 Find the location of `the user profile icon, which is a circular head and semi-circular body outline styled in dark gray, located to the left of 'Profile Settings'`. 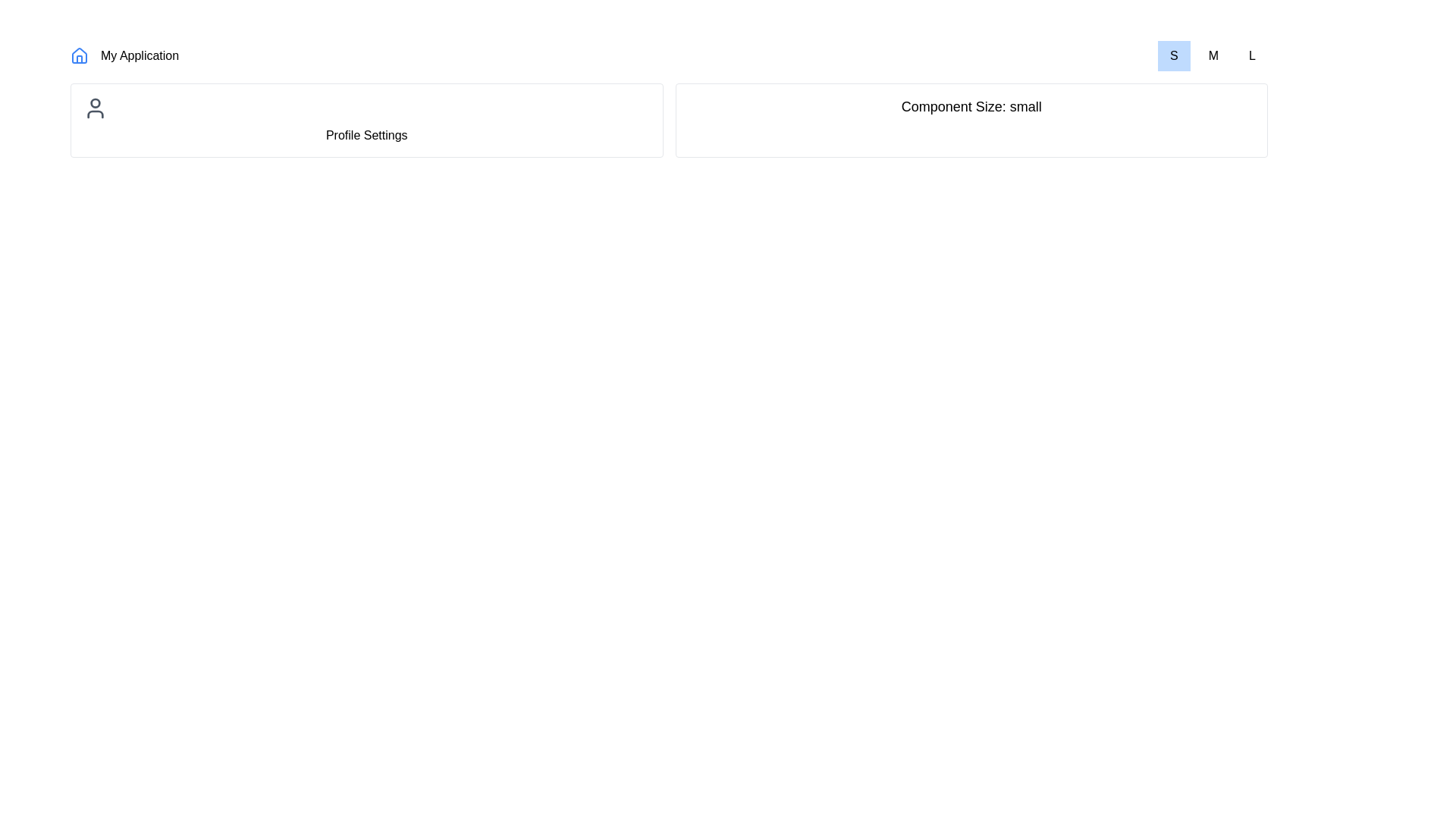

the user profile icon, which is a circular head and semi-circular body outline styled in dark gray, located to the left of 'Profile Settings' is located at coordinates (94, 107).